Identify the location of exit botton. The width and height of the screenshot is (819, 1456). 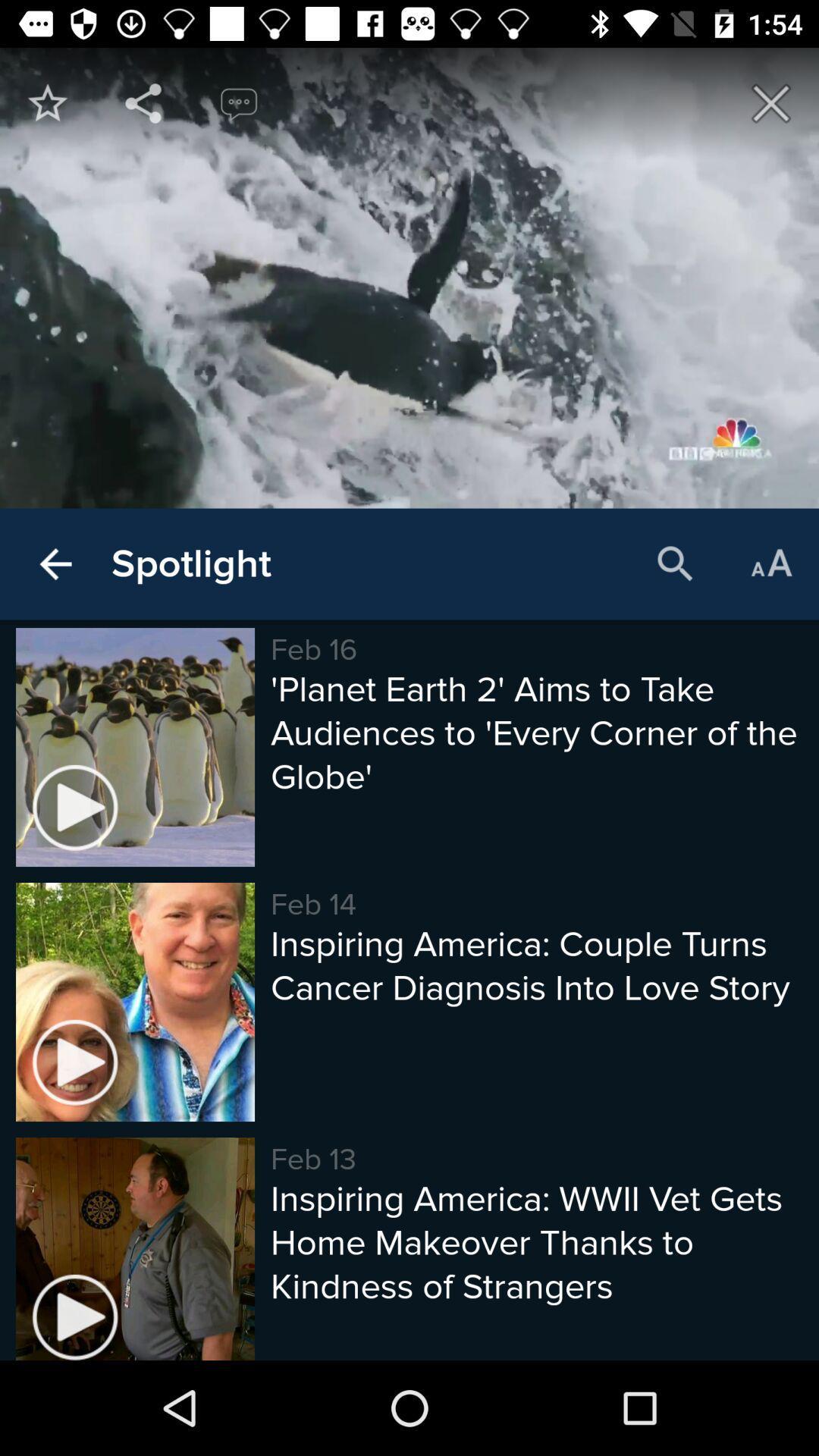
(771, 102).